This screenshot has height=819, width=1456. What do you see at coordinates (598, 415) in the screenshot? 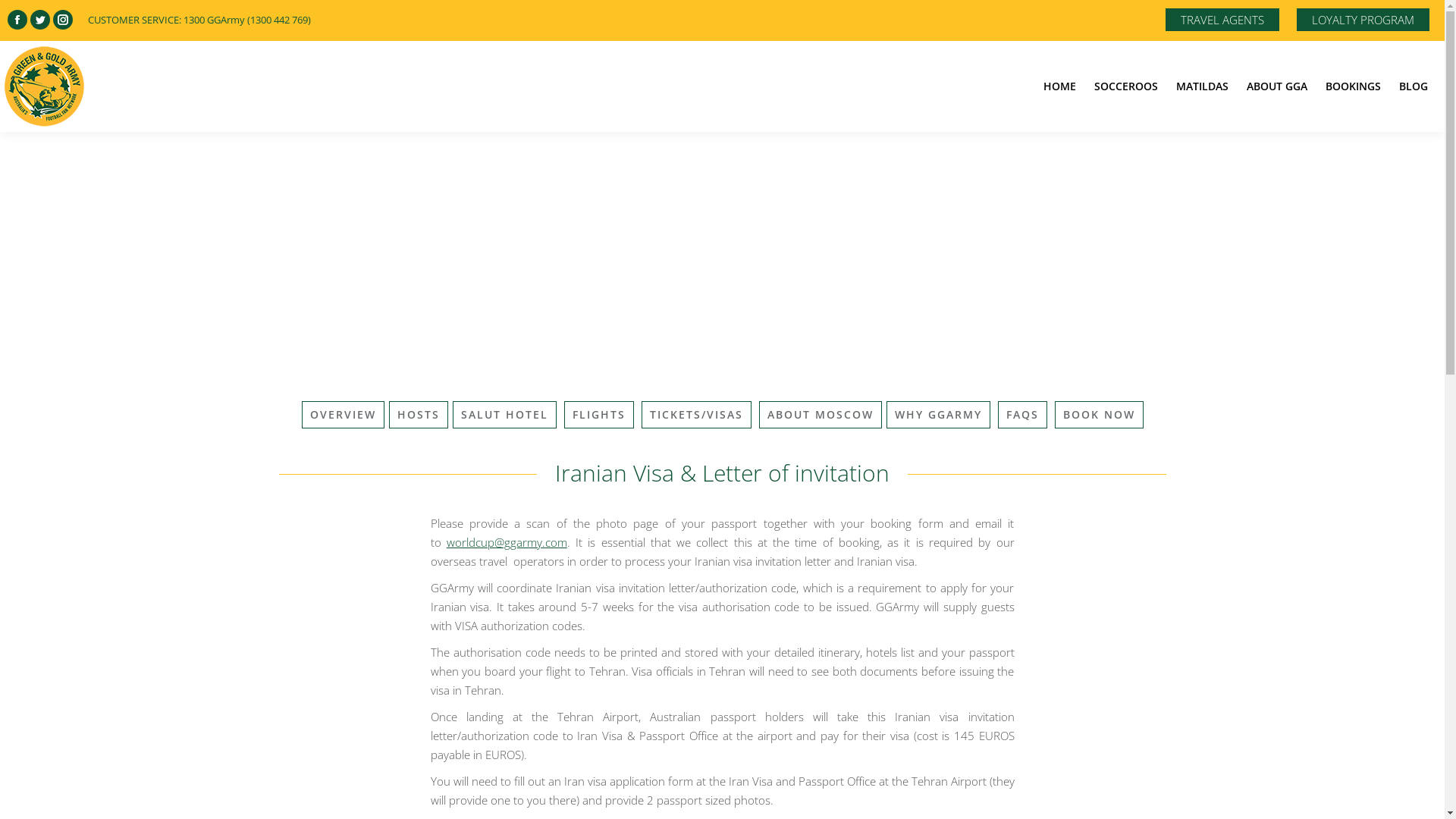
I see `'FLIGHTS'` at bounding box center [598, 415].